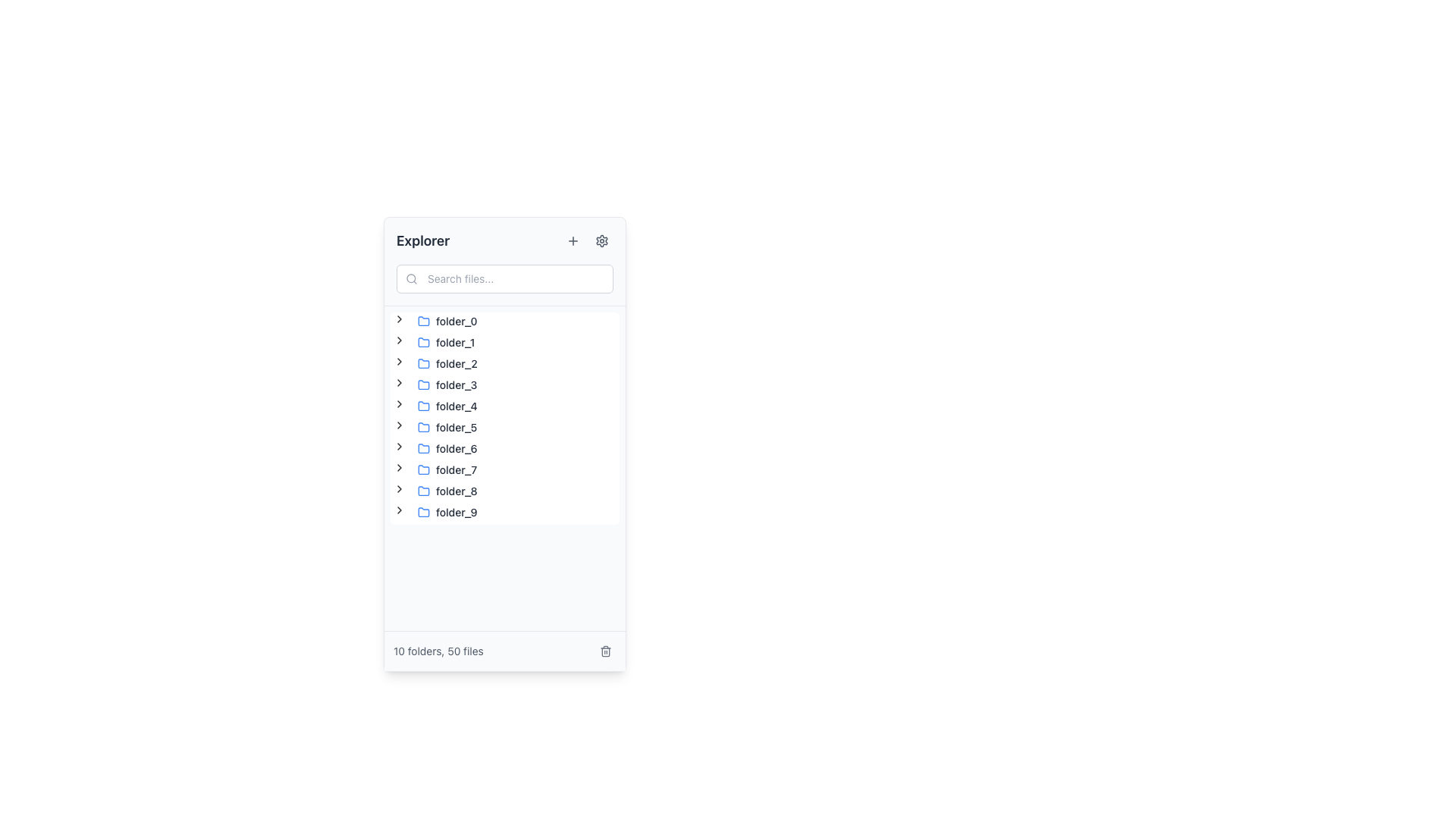  Describe the element at coordinates (447, 512) in the screenshot. I see `the 'folder_9' tree view node, which is represented by a blue folder icon and labeled with black text` at that location.